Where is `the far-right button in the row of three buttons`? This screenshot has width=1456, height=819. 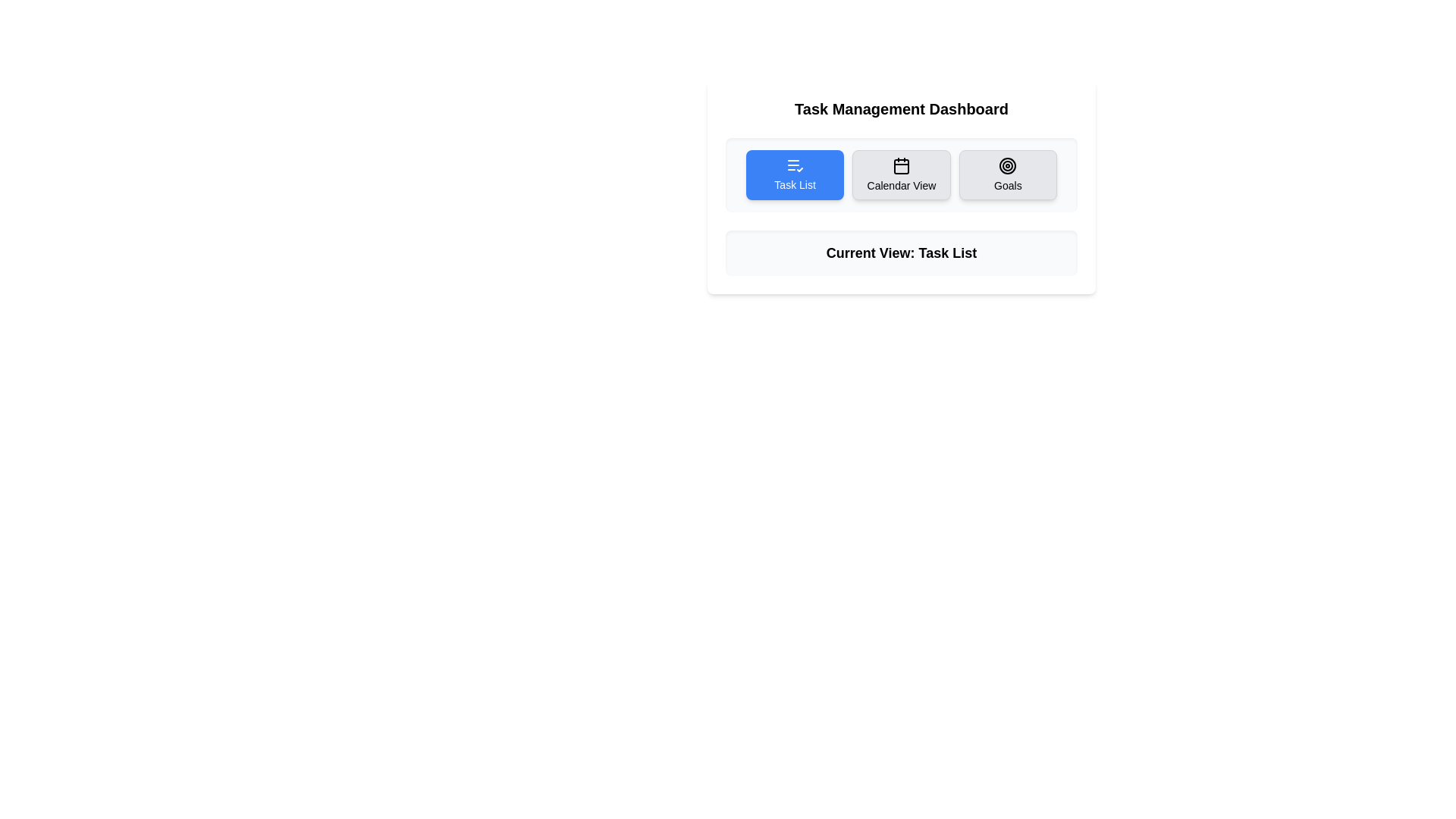 the far-right button in the row of three buttons is located at coordinates (1008, 174).